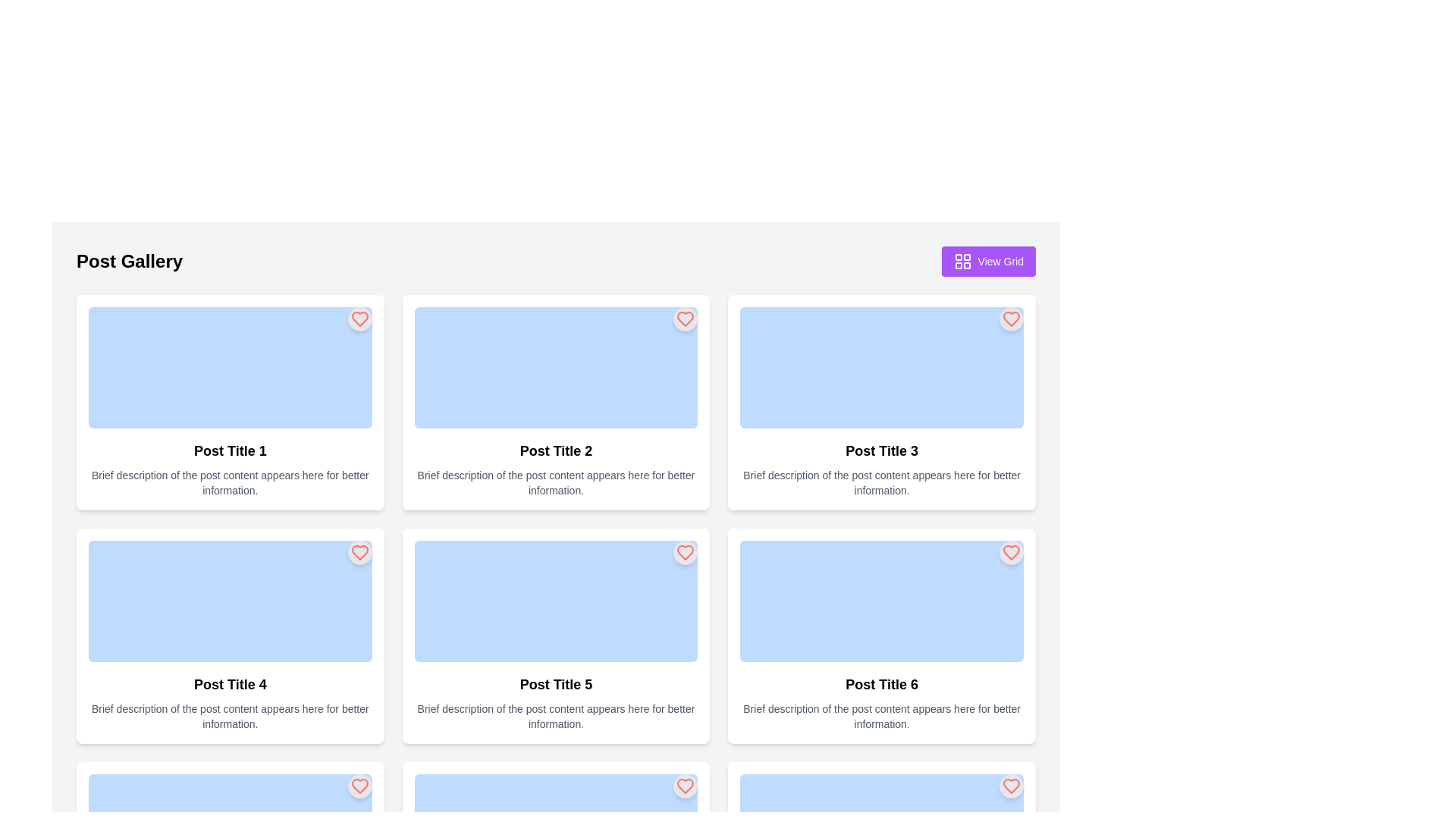 The width and height of the screenshot is (1456, 819). I want to click on the like button located at the top-right corner of the 'Post Title 6' card, so click(1012, 553).